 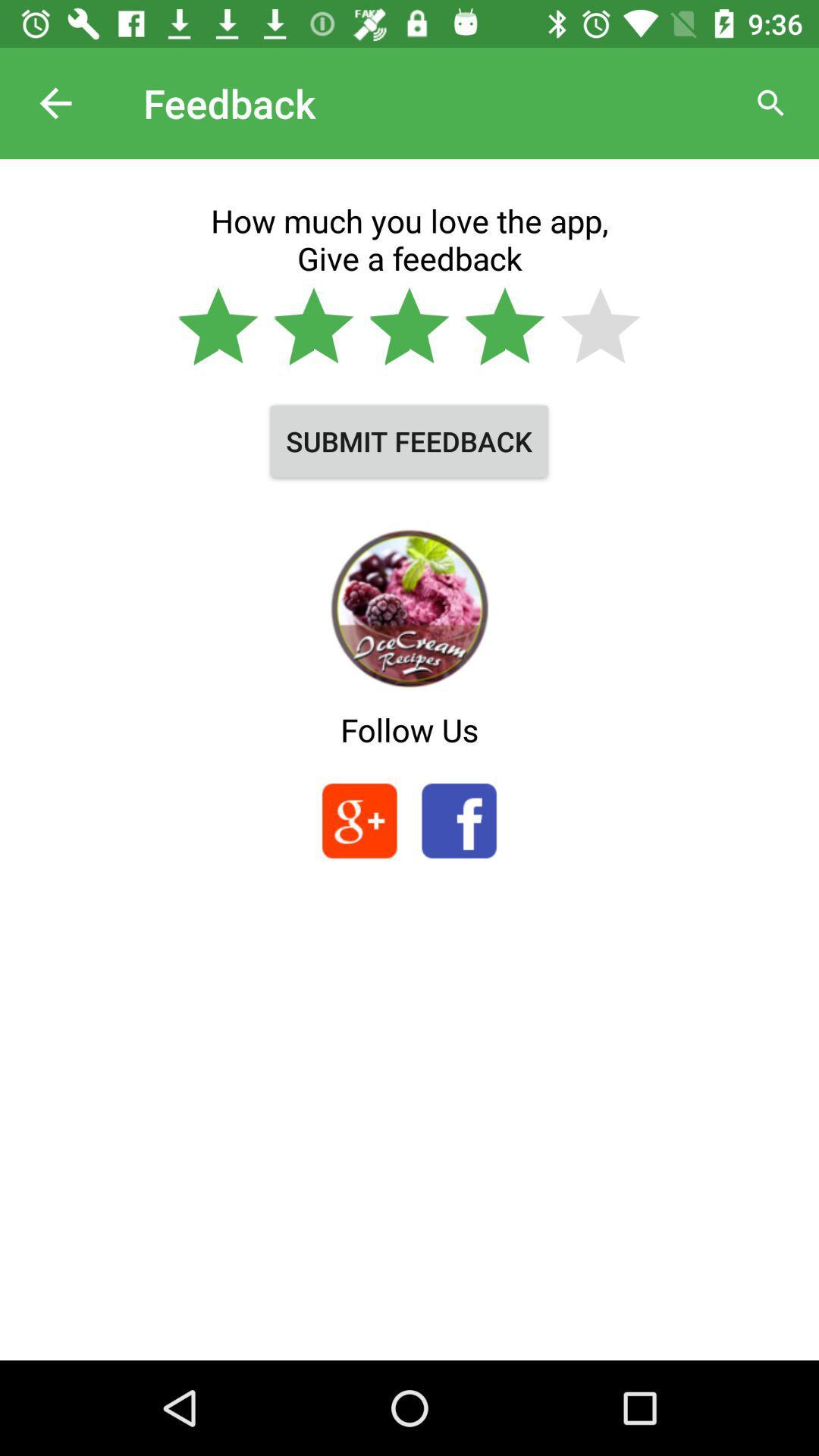 What do you see at coordinates (359, 820) in the screenshot?
I see `the group icon` at bounding box center [359, 820].